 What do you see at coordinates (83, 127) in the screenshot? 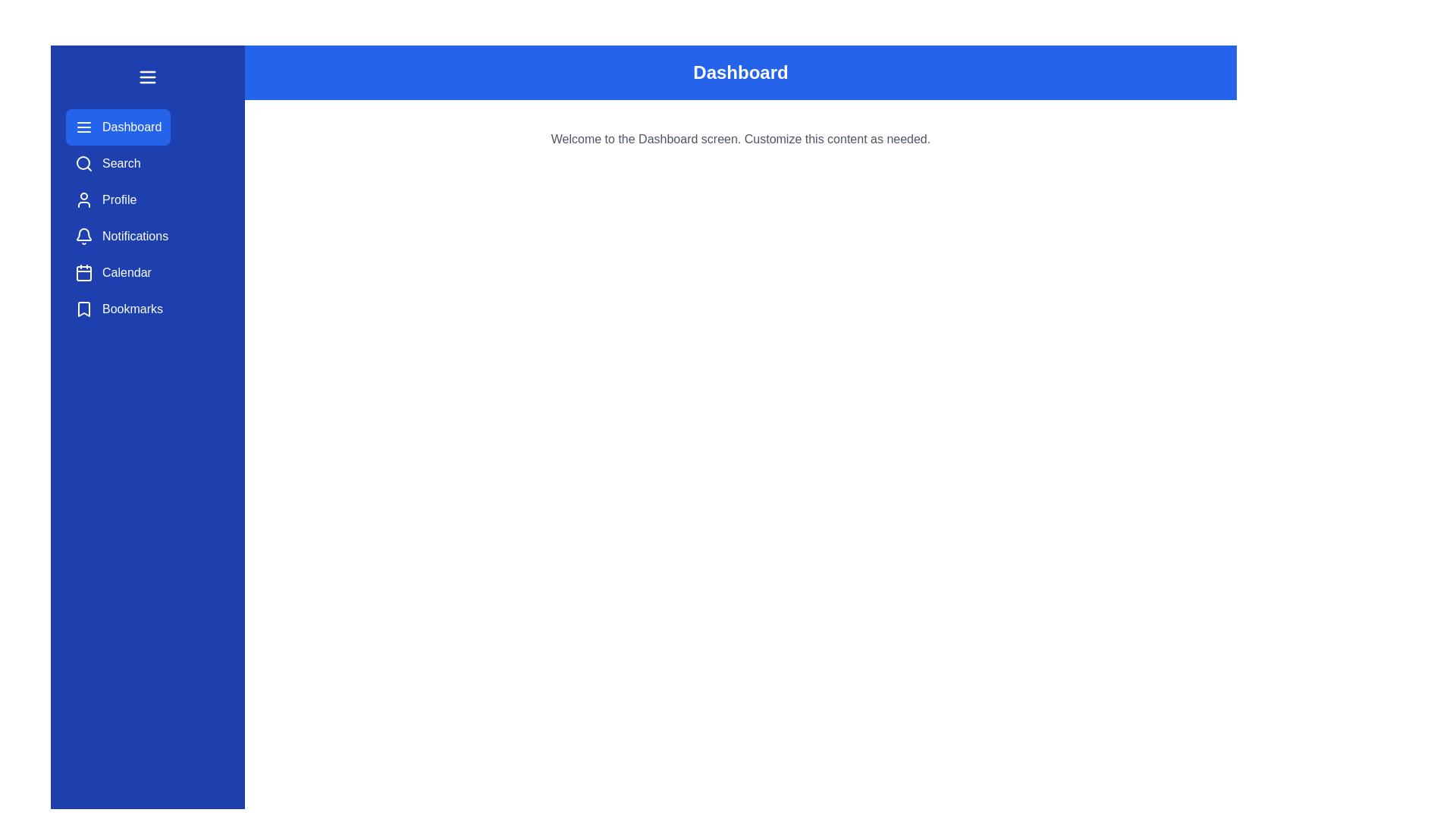
I see `the icon representing the navigation menu, located to the left of the 'Dashboard' label in the vertical navigation bar` at bounding box center [83, 127].